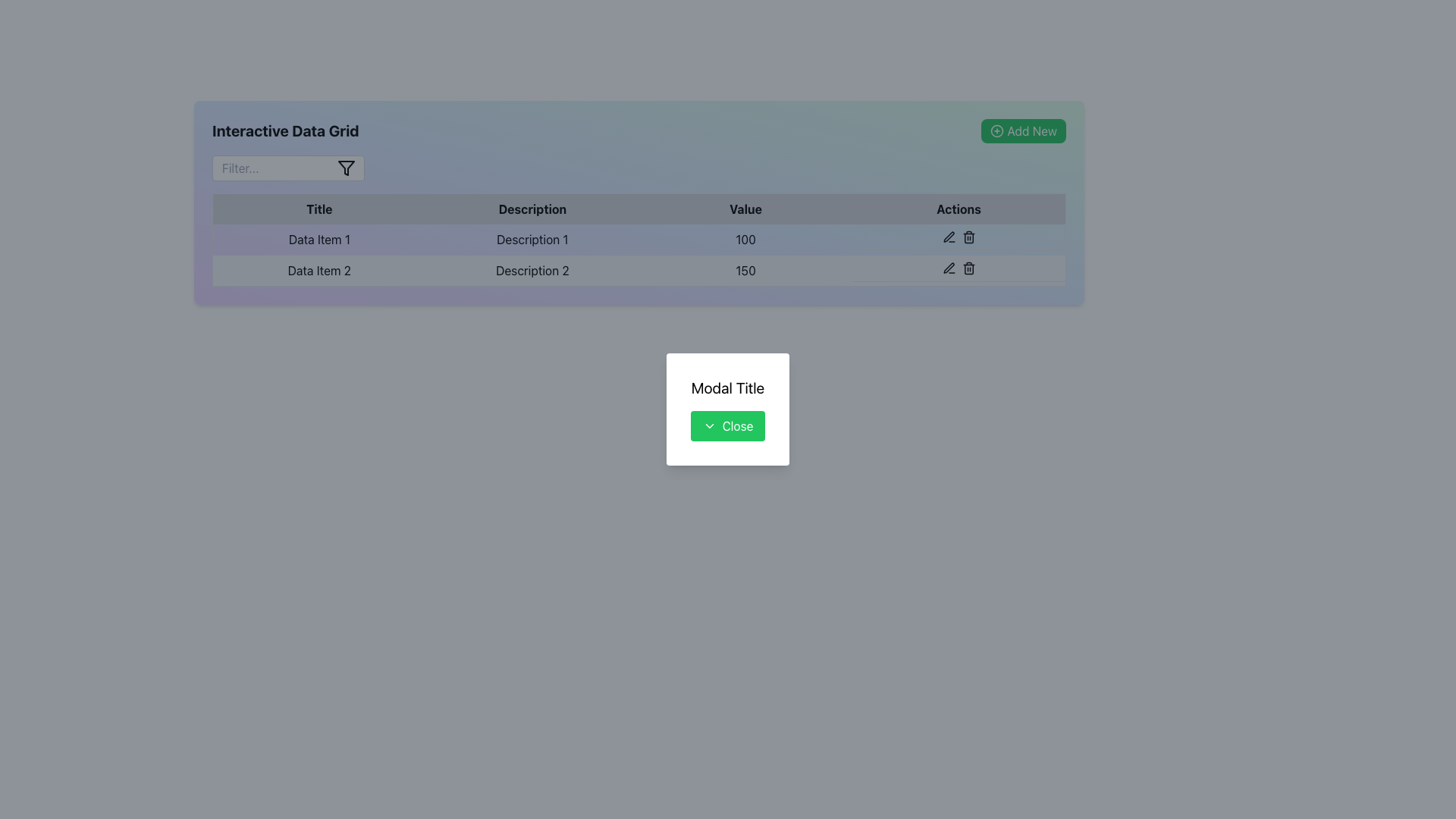 The image size is (1456, 819). What do you see at coordinates (345, 168) in the screenshot?
I see `the filter icon, which is an SVG representation for initiating or customizing filtering operations on the data grid, located on the right side of the filter input box in the header` at bounding box center [345, 168].